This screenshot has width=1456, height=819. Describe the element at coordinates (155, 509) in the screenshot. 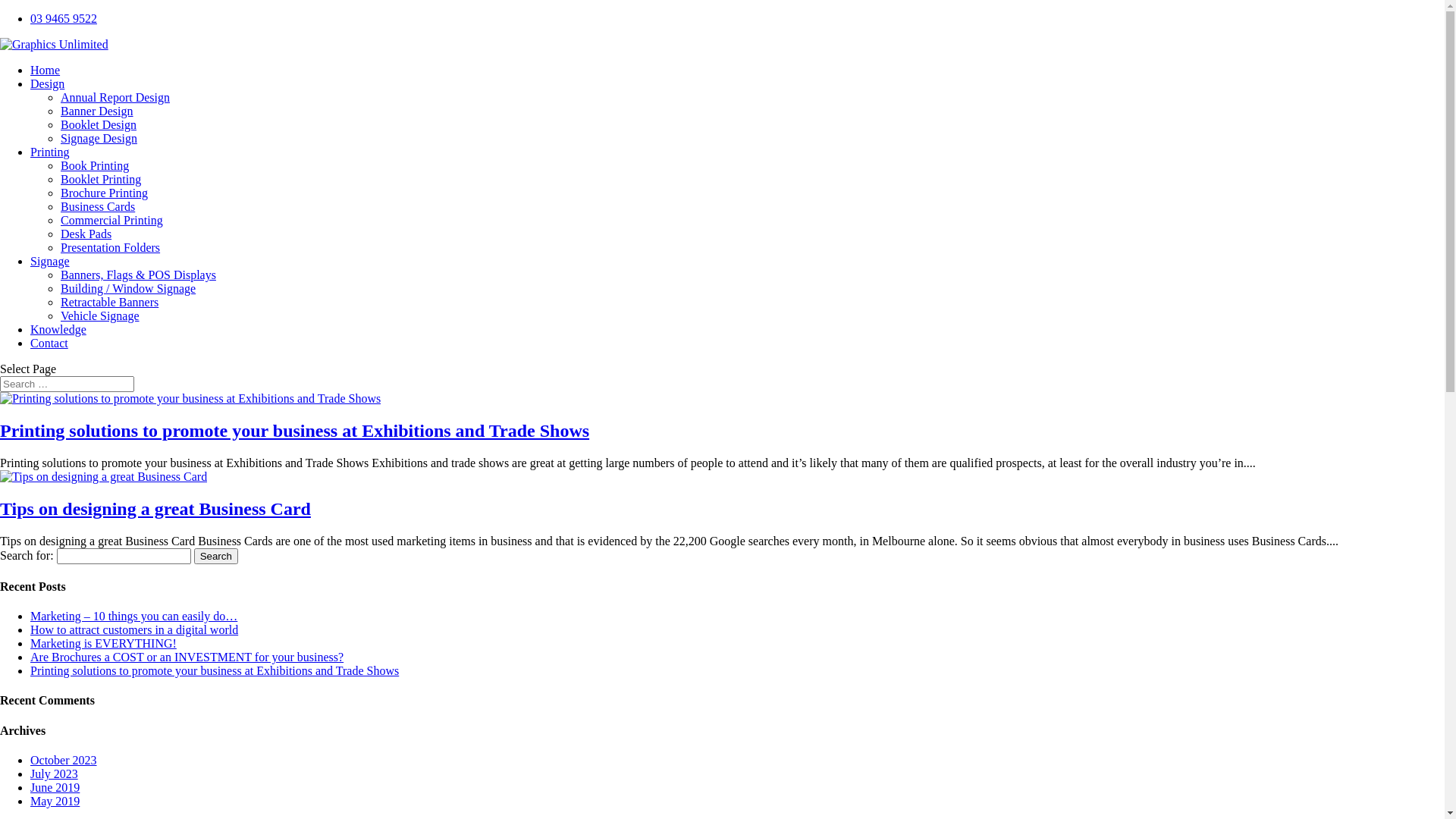

I see `'Tips on designing a great Business Card'` at that location.